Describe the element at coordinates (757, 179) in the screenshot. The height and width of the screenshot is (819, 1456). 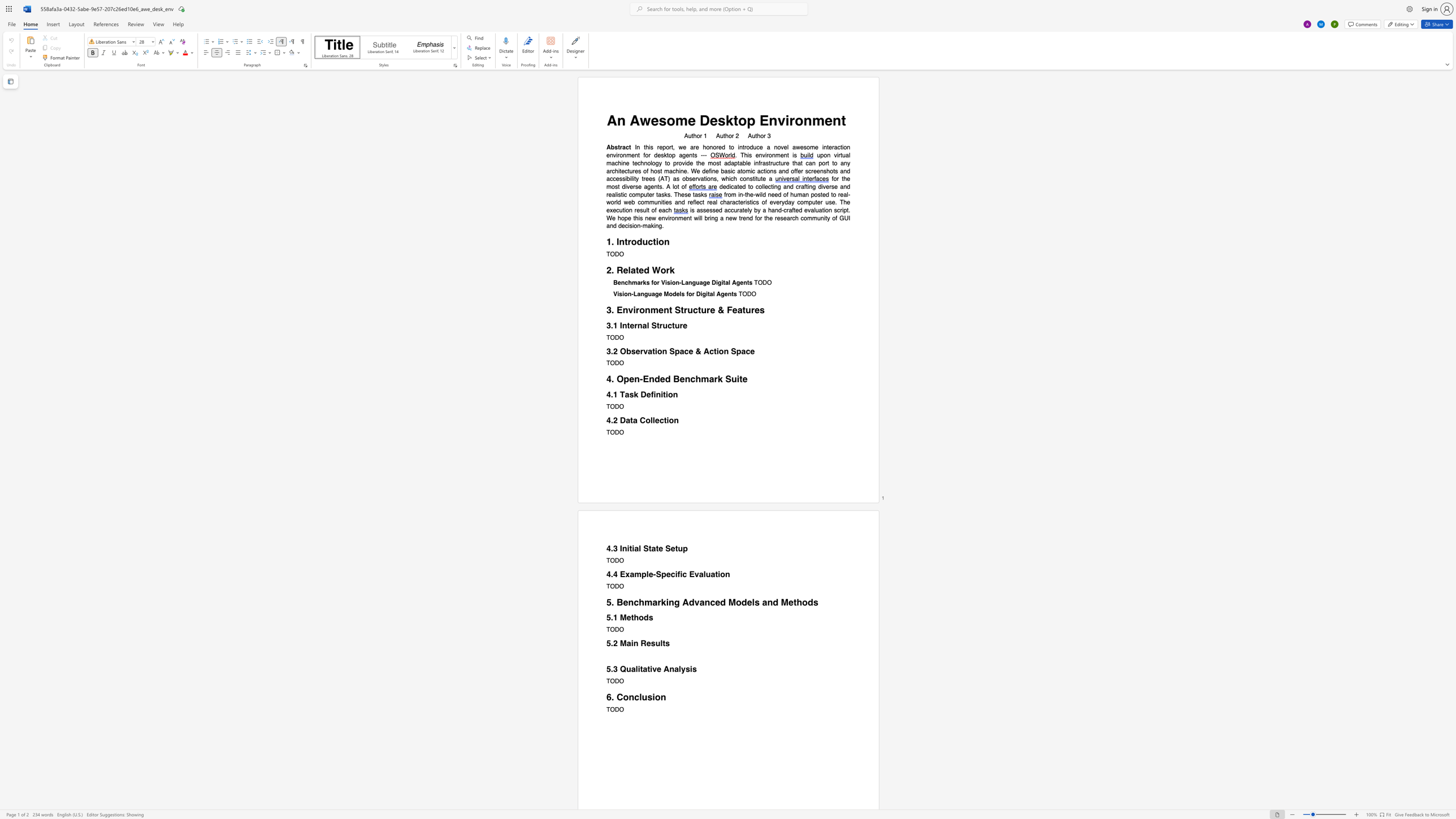
I see `the space between the continuous character "t" and "u" in the text` at that location.